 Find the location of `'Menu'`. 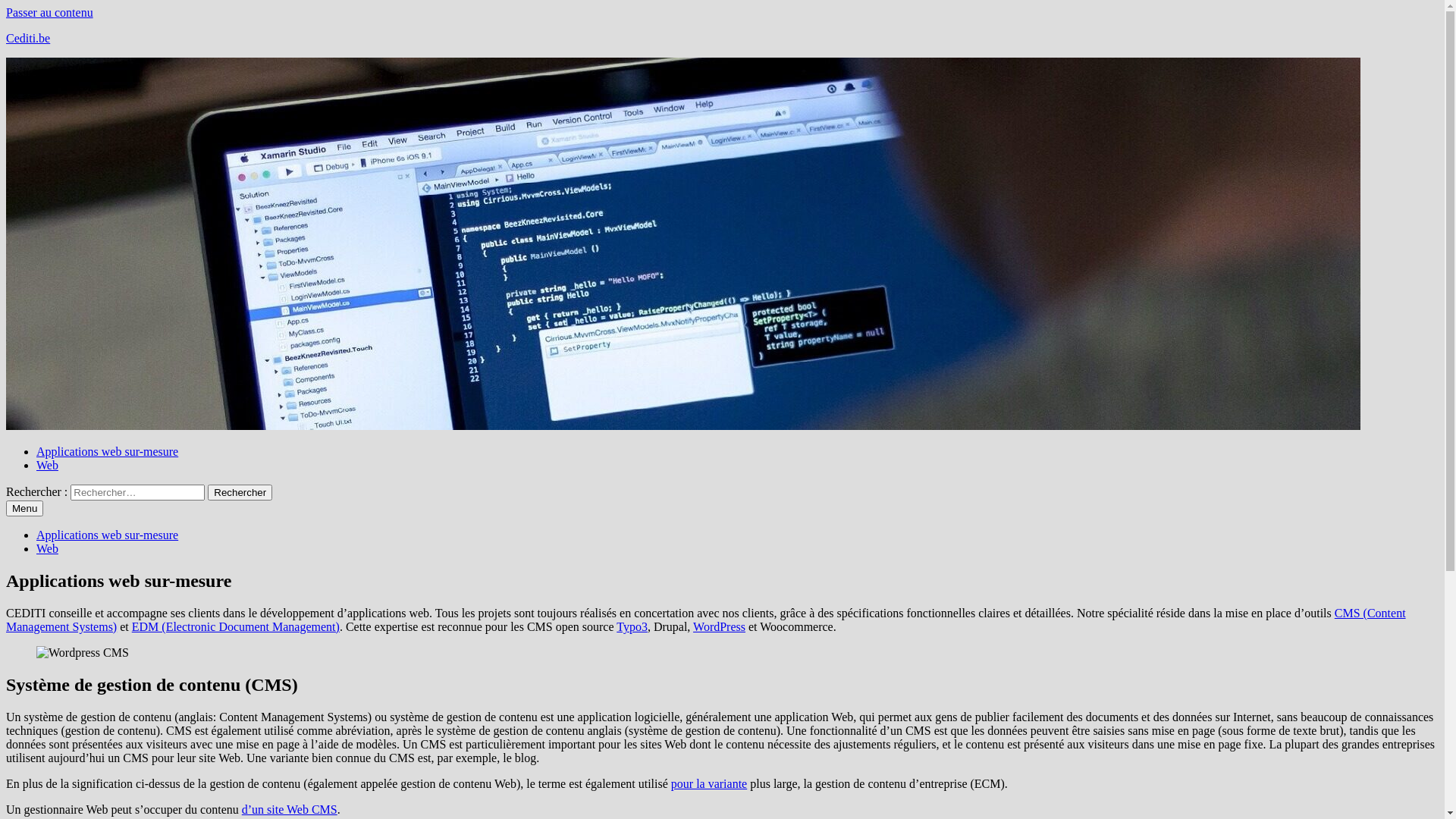

'Menu' is located at coordinates (24, 508).